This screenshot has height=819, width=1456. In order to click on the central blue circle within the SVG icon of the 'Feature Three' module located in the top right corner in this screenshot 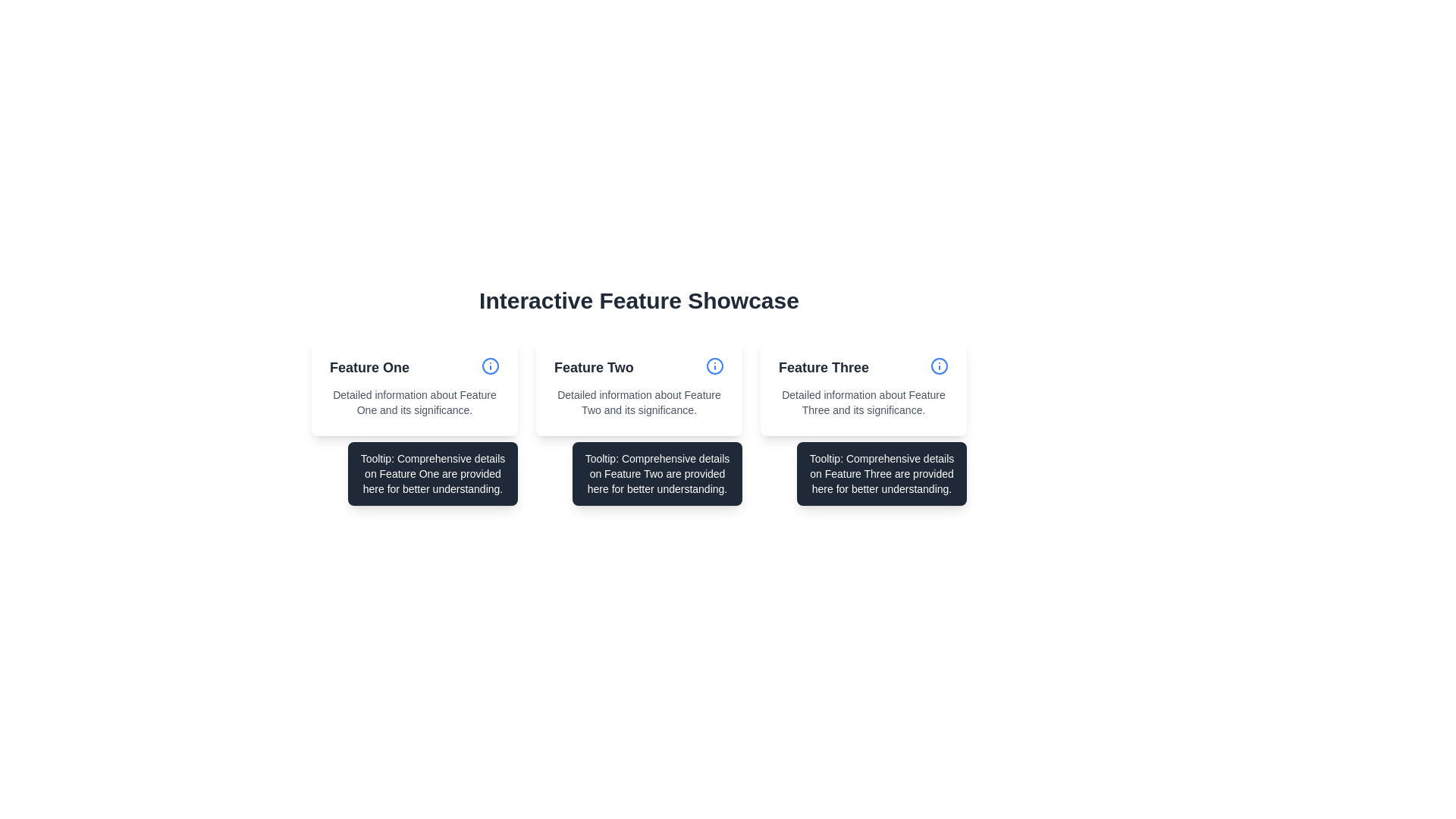, I will do `click(938, 366)`.